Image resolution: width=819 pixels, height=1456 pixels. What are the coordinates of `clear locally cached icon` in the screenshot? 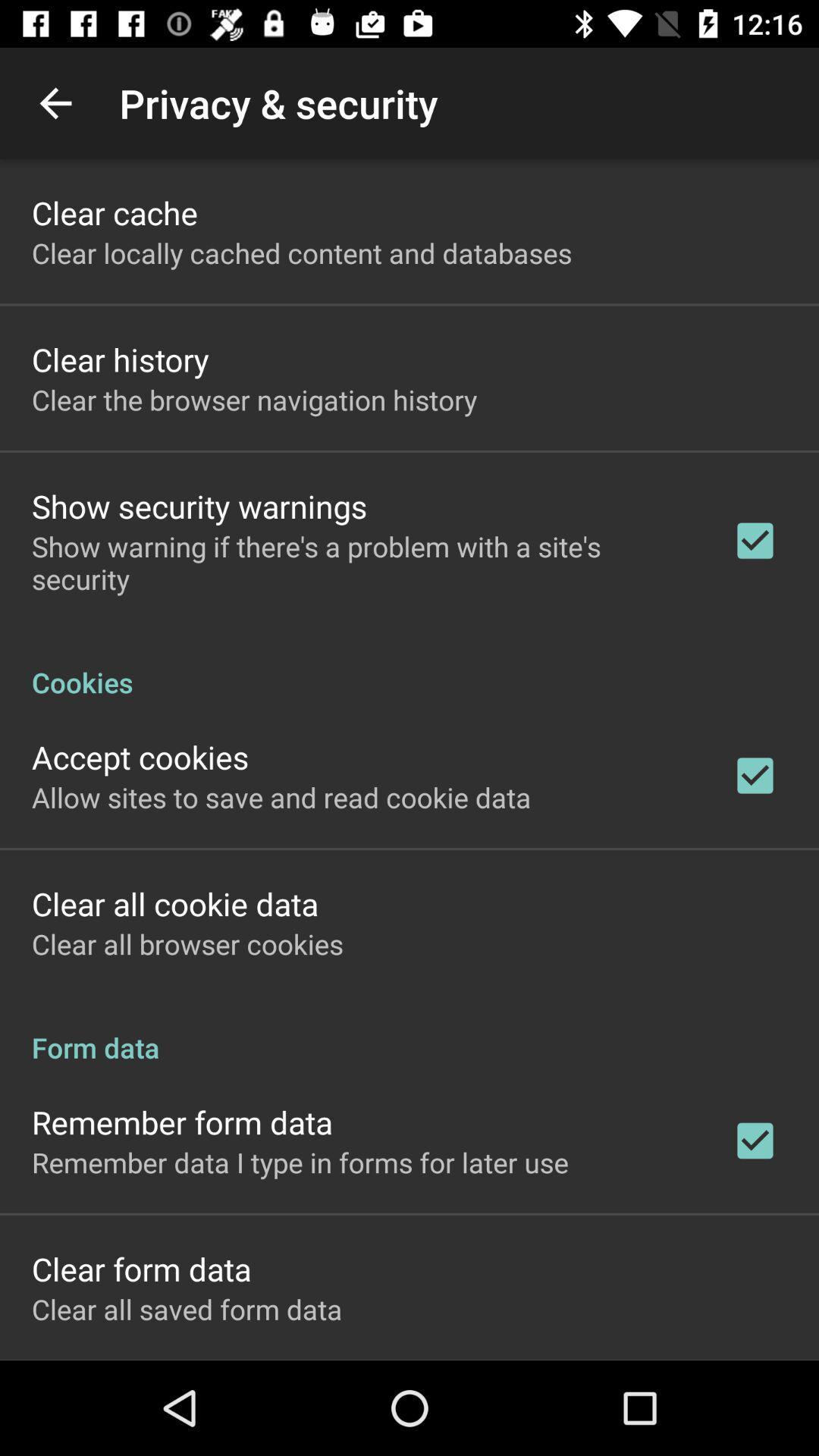 It's located at (302, 253).